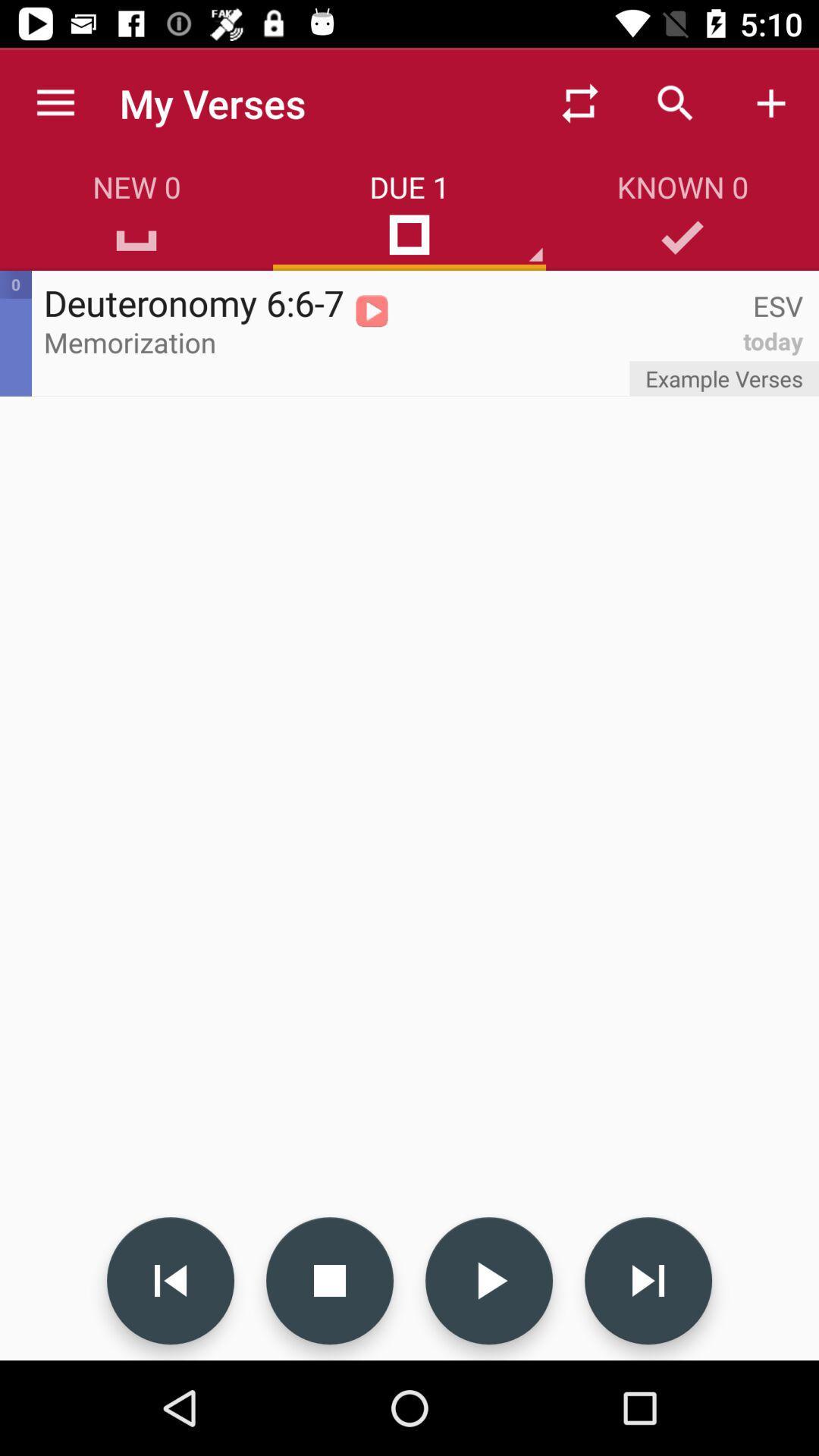 Image resolution: width=819 pixels, height=1456 pixels. I want to click on stop the music, so click(329, 1280).